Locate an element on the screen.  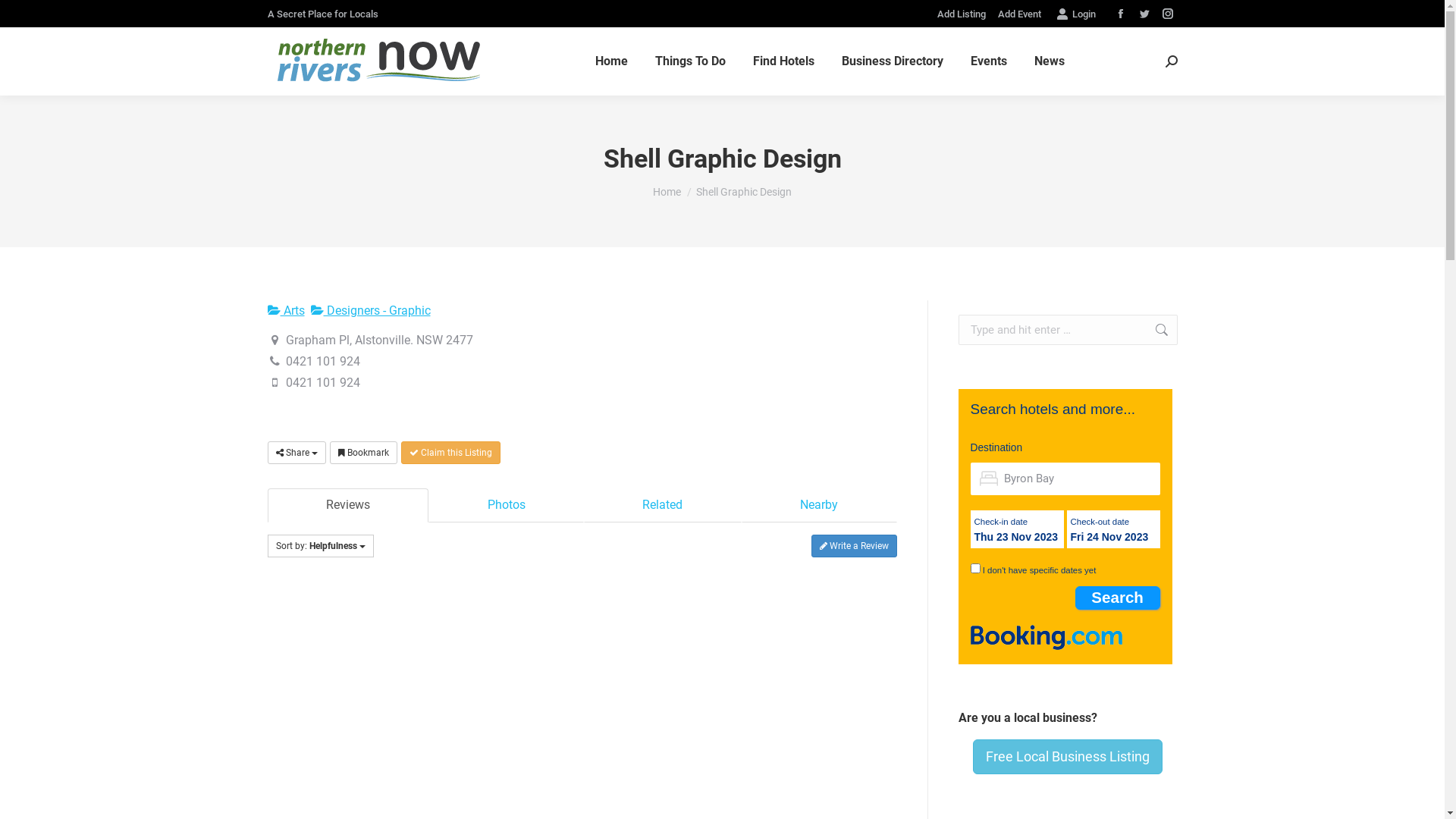
'Events' is located at coordinates (989, 61).